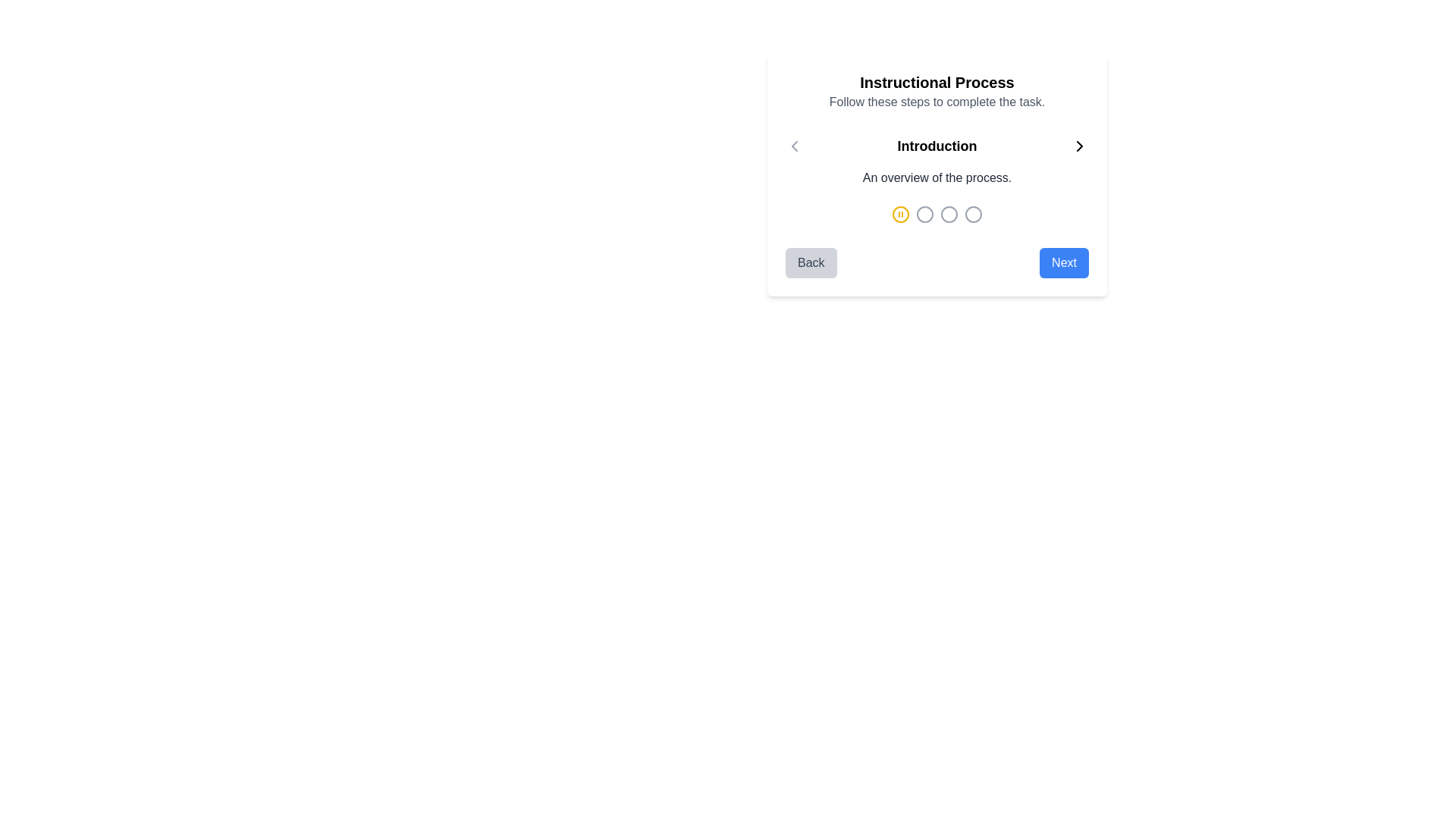 This screenshot has height=819, width=1456. I want to click on the chevron icon located at the far right of the row, so click(793, 146).